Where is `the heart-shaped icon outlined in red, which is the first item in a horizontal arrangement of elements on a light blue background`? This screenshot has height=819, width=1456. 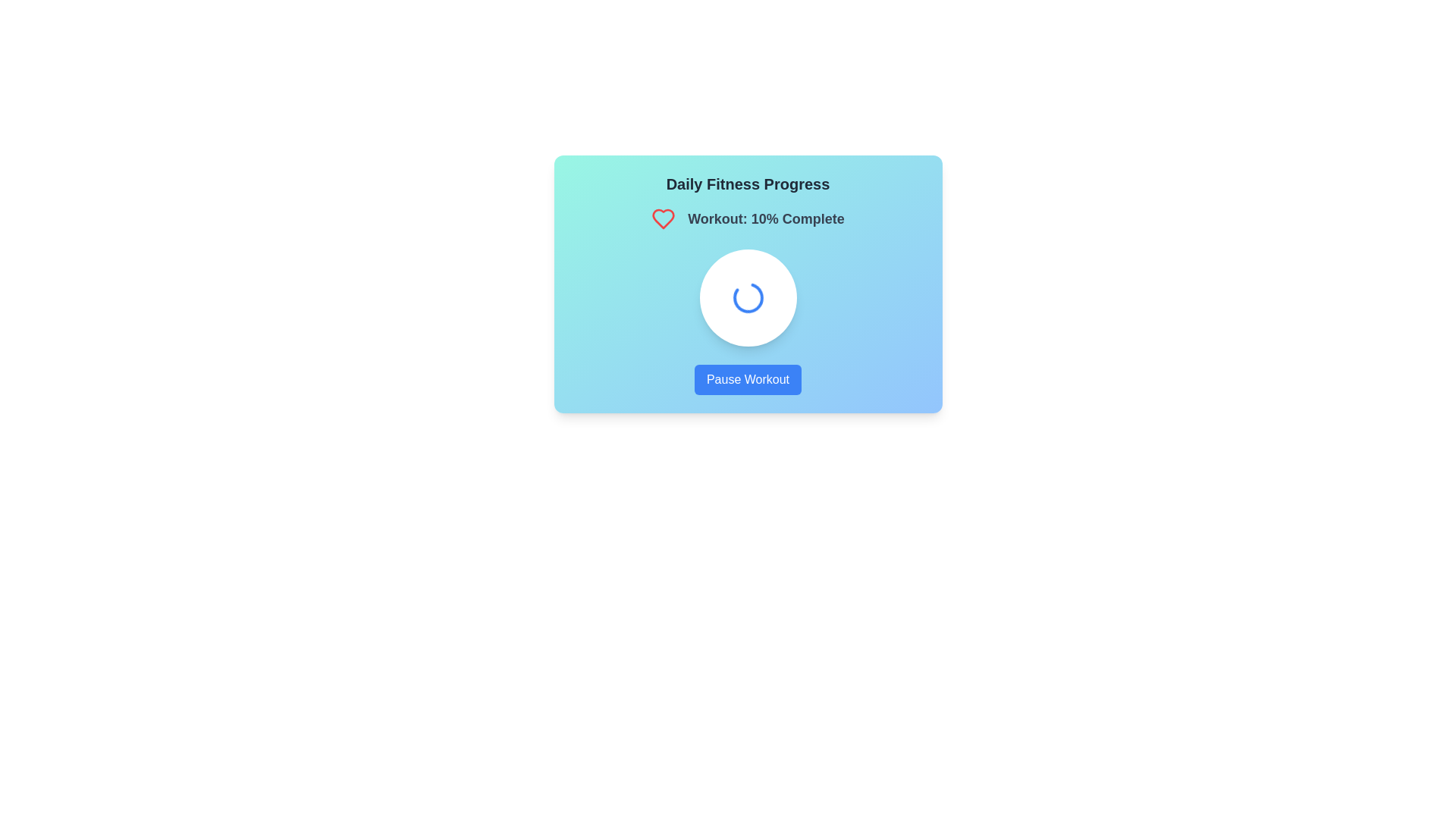
the heart-shaped icon outlined in red, which is the first item in a horizontal arrangement of elements on a light blue background is located at coordinates (667, 219).